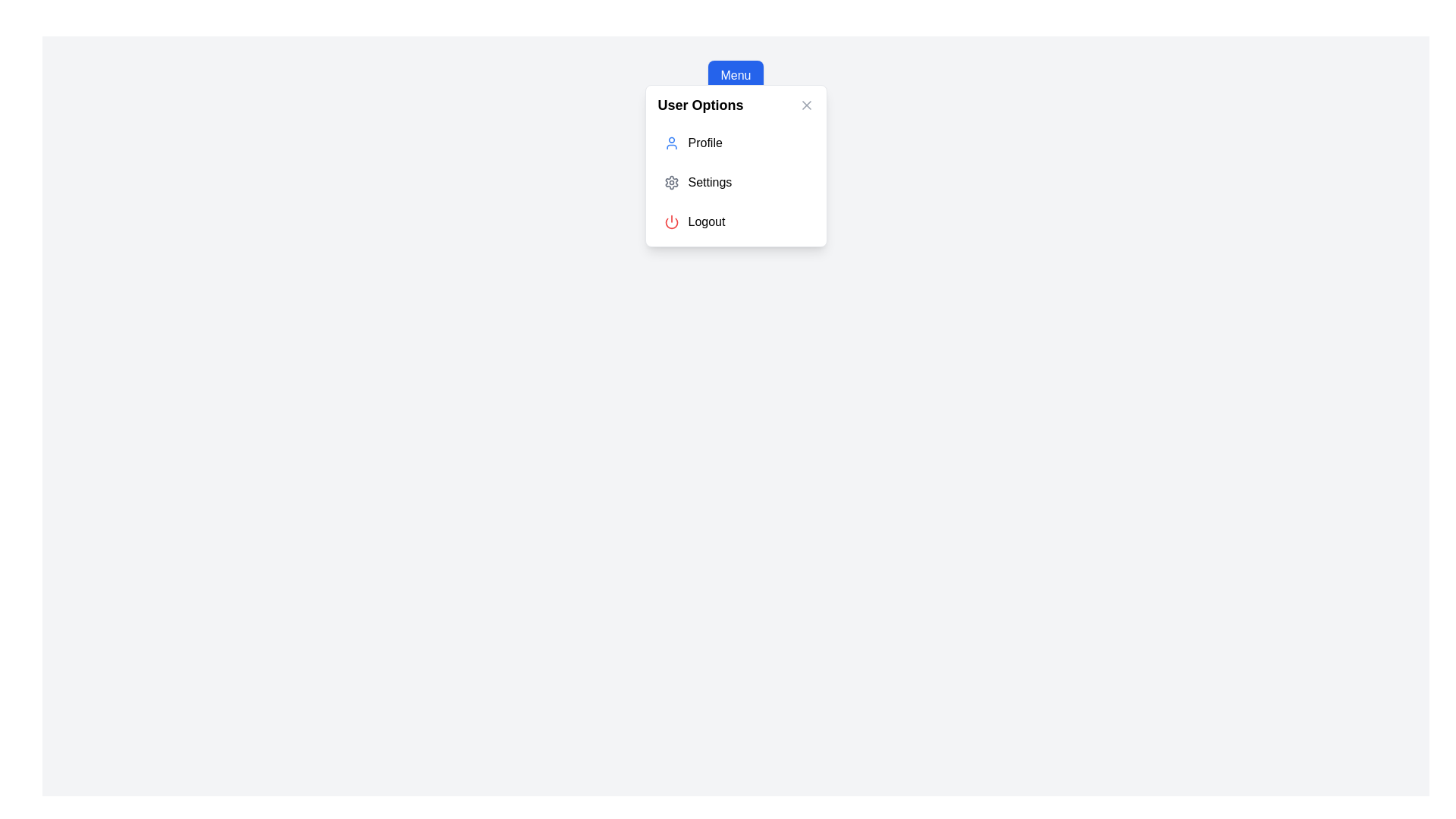 The image size is (1456, 819). I want to click on the settings icon located to the left of the text 'Settings' in the dropdown menu under 'User Options', so click(670, 181).